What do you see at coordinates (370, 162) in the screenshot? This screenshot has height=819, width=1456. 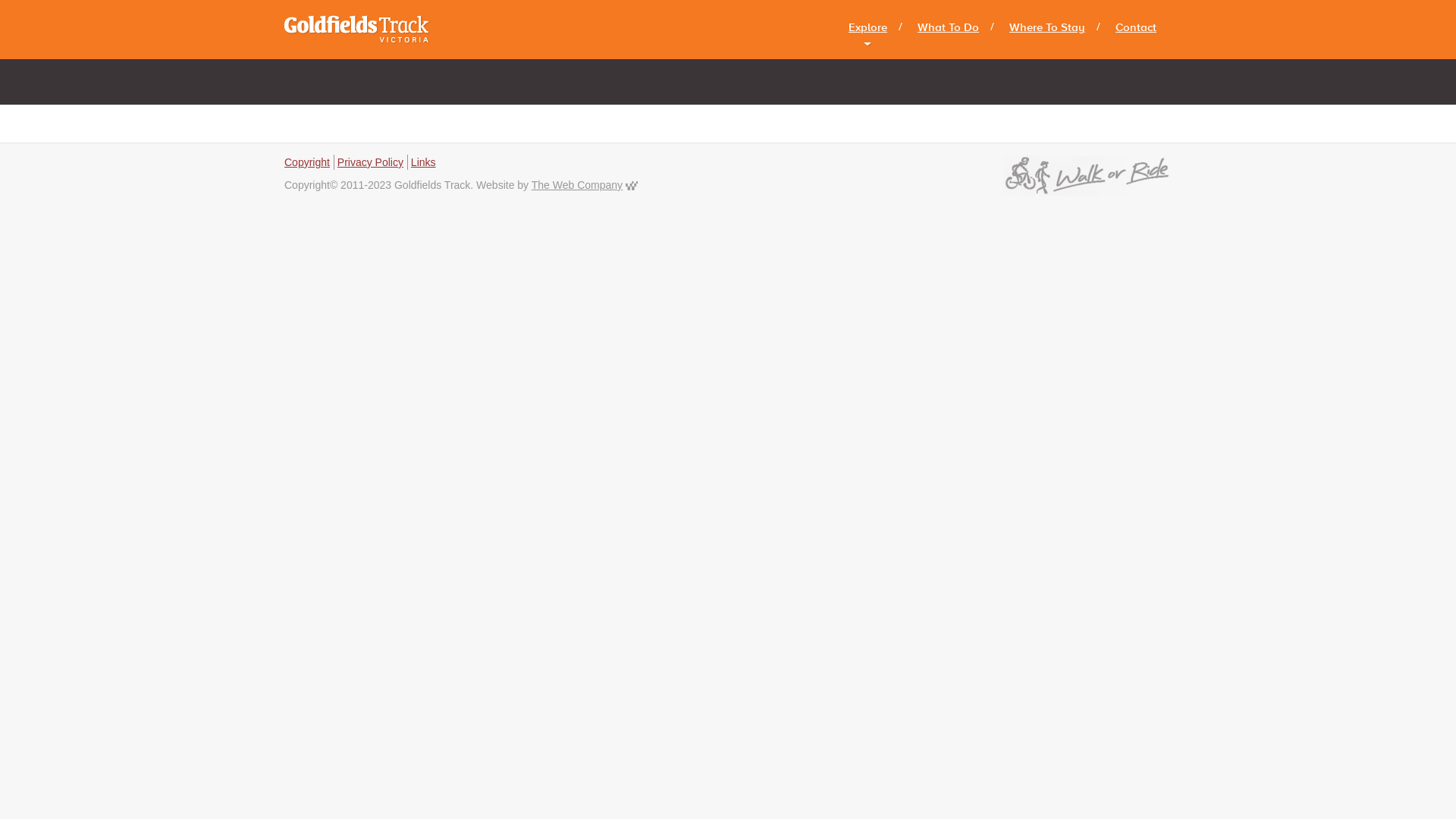 I see `'Privacy Policy'` at bounding box center [370, 162].